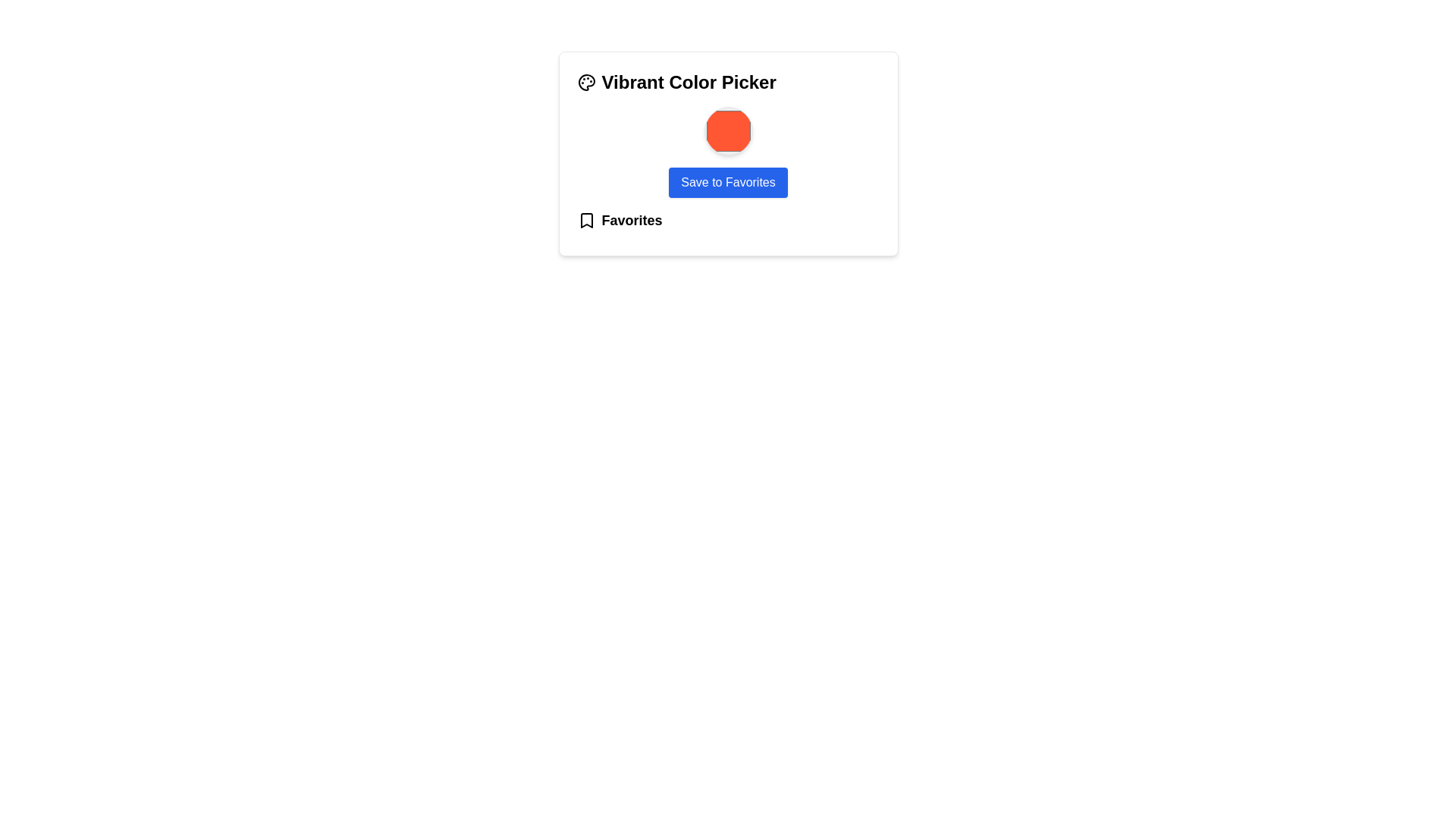 The height and width of the screenshot is (819, 1456). Describe the element at coordinates (585, 82) in the screenshot. I see `the decorative icon located to the left of the 'Vibrant Color Picker' text, which serves as a thematic visual cue for color selection` at that location.